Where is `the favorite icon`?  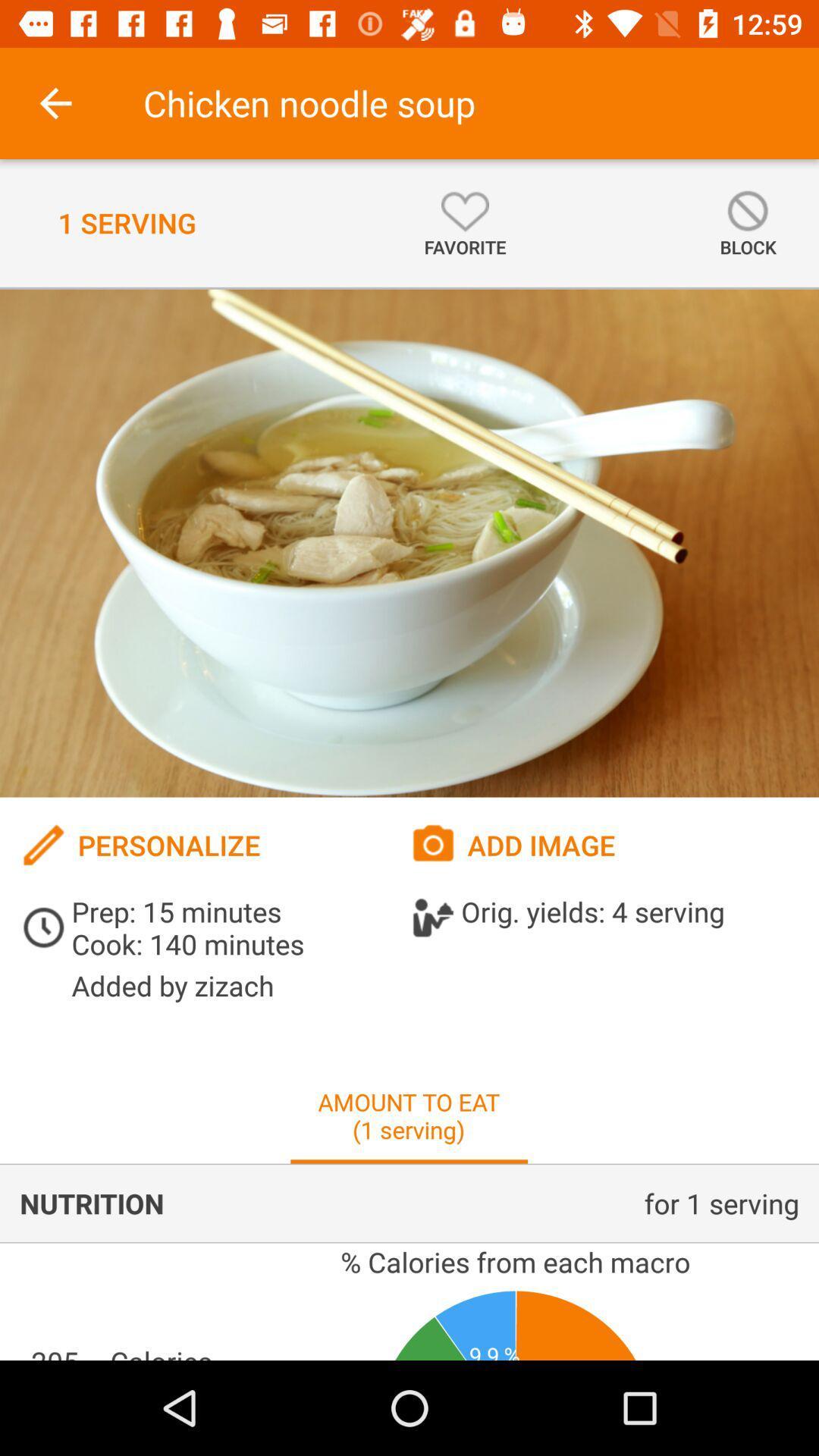
the favorite icon is located at coordinates (464, 222).